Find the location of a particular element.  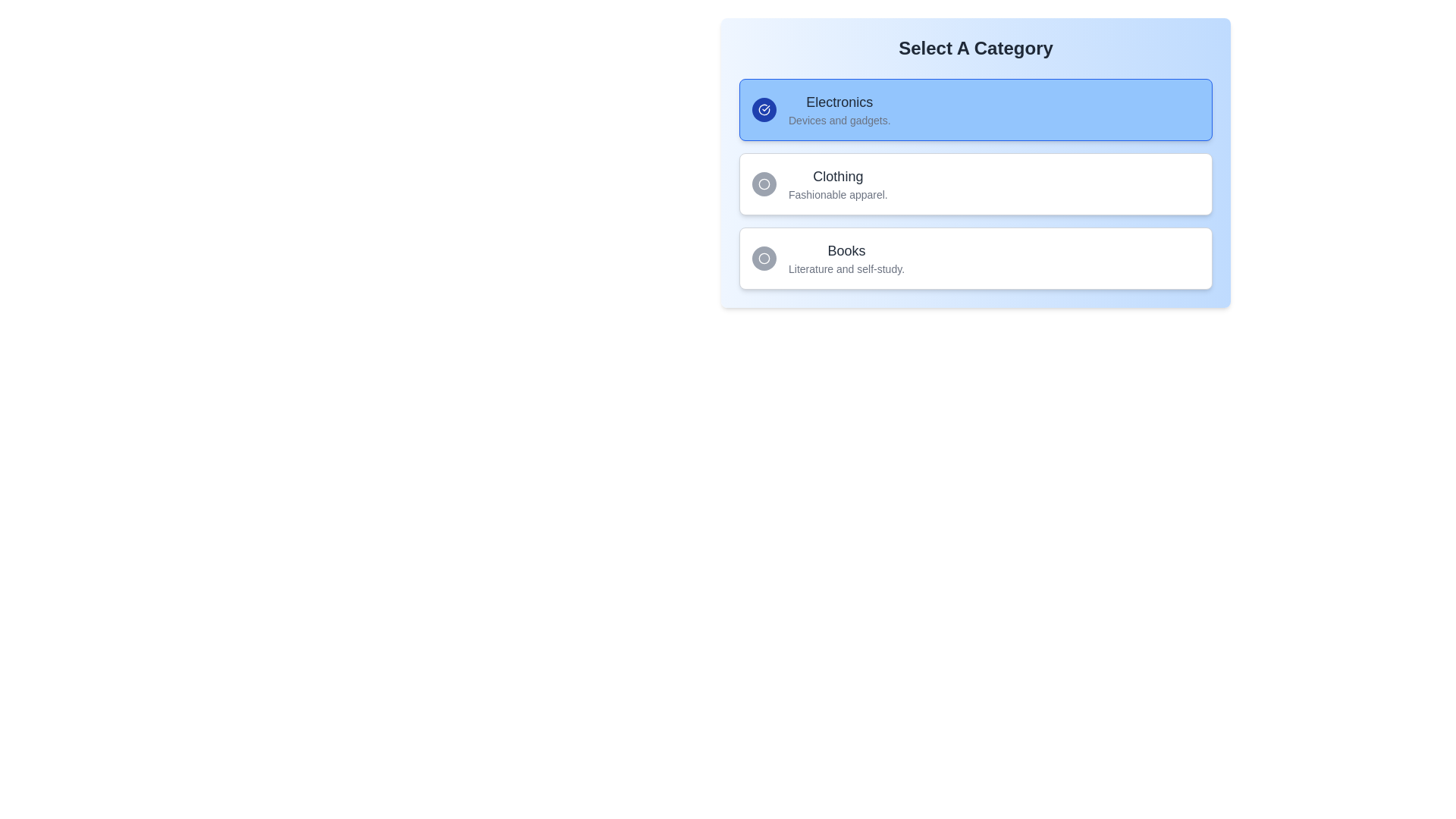

category label located as the header in the third position of the vertical list of category options, situated below 'Electronics' and 'Clothing', and above the subtext 'Literature and self-study' is located at coordinates (846, 250).